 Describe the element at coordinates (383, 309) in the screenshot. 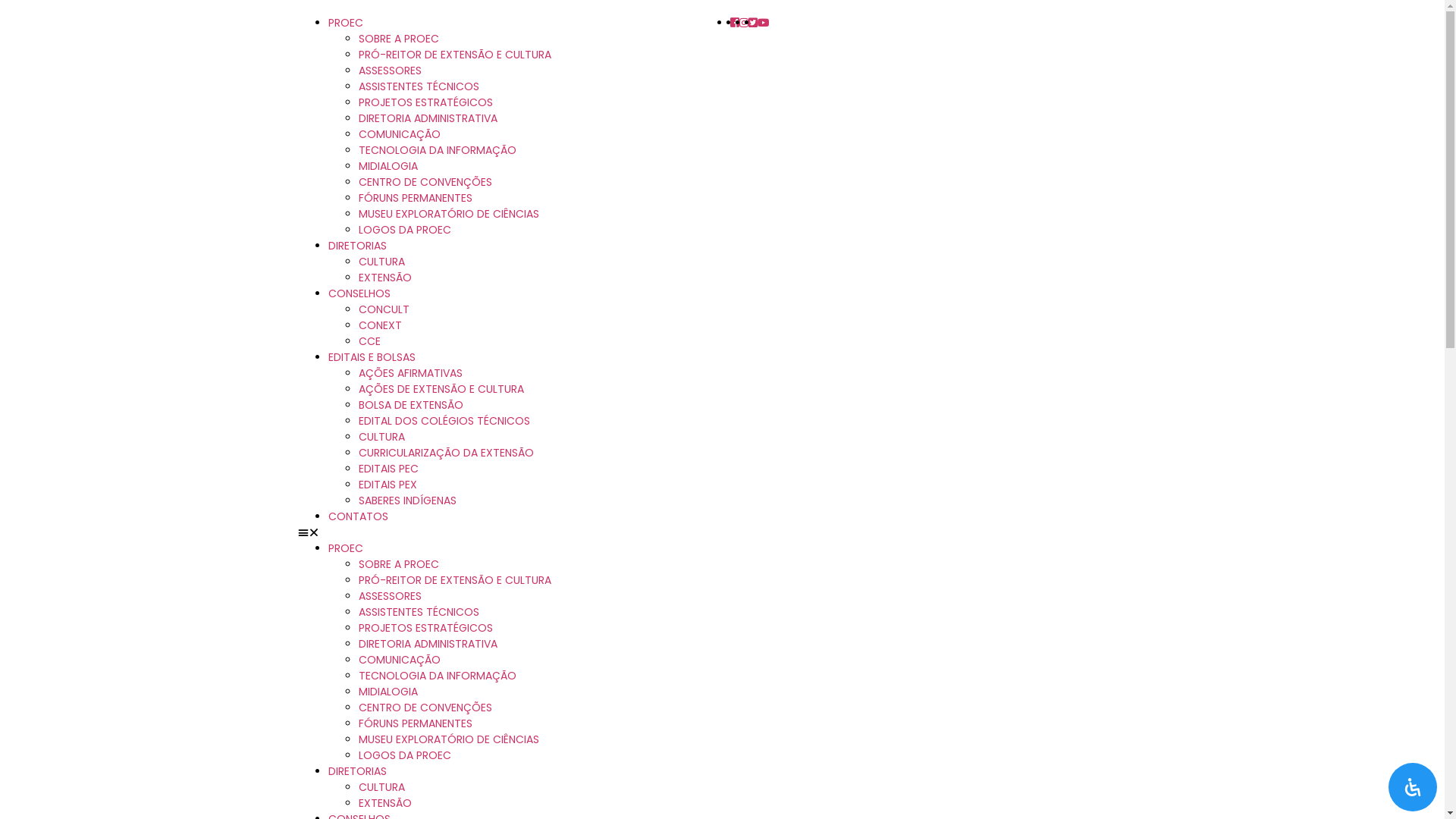

I see `'CONCULT'` at that location.